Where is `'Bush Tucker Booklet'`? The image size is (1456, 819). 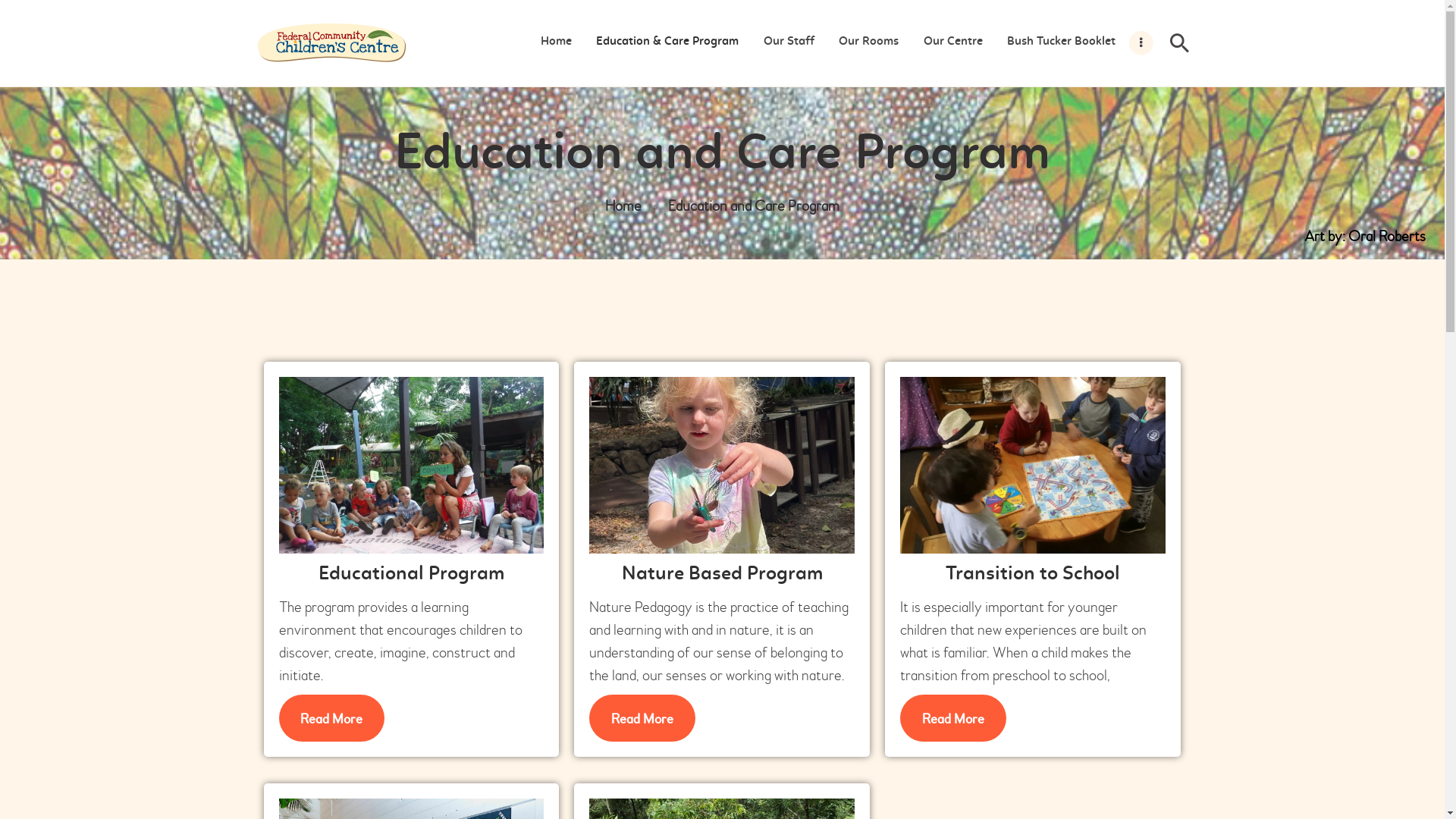 'Bush Tucker Booklet' is located at coordinates (1060, 42).